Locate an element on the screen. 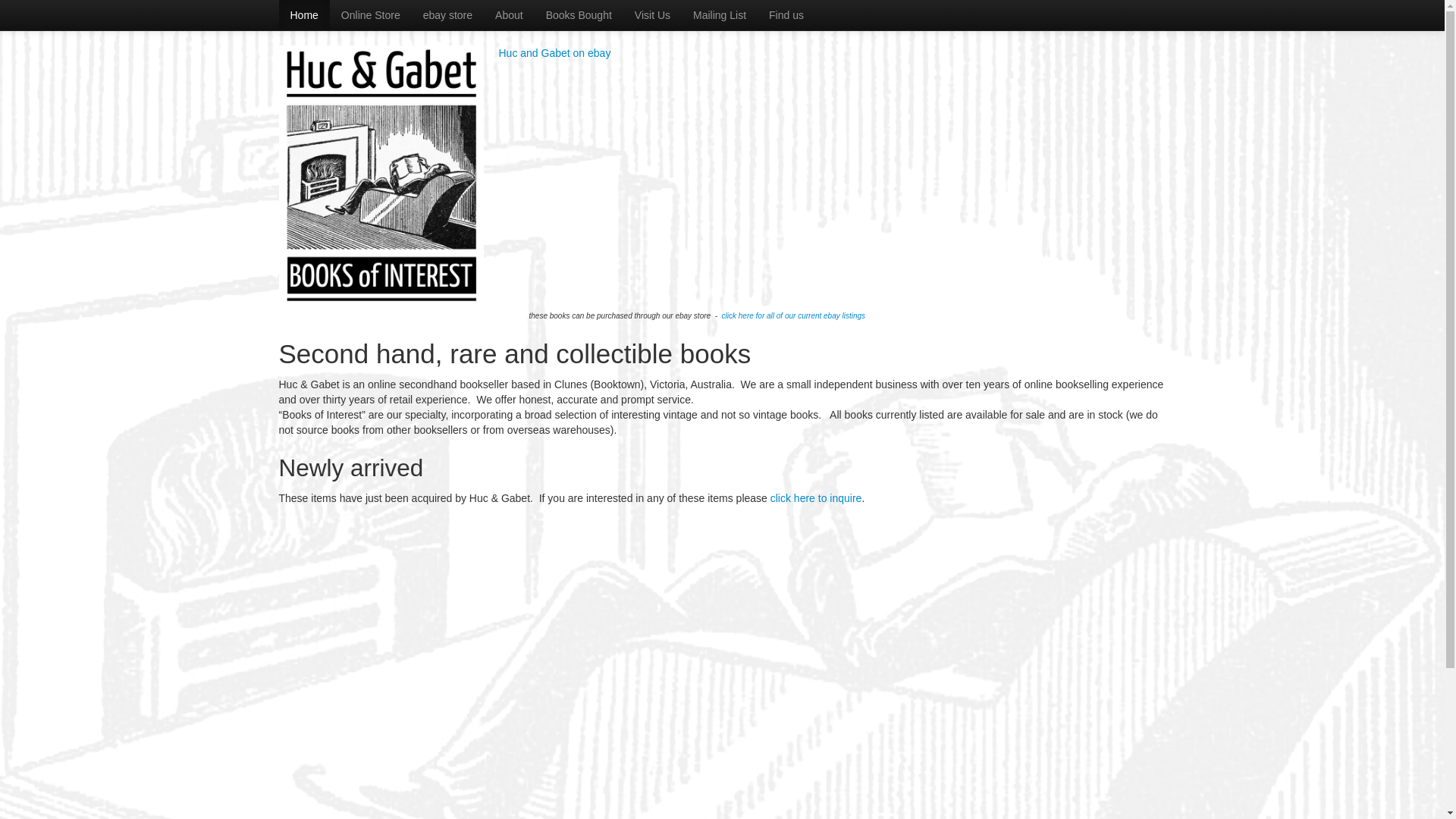 The width and height of the screenshot is (1456, 819). 'click here to inquire' is located at coordinates (770, 497).